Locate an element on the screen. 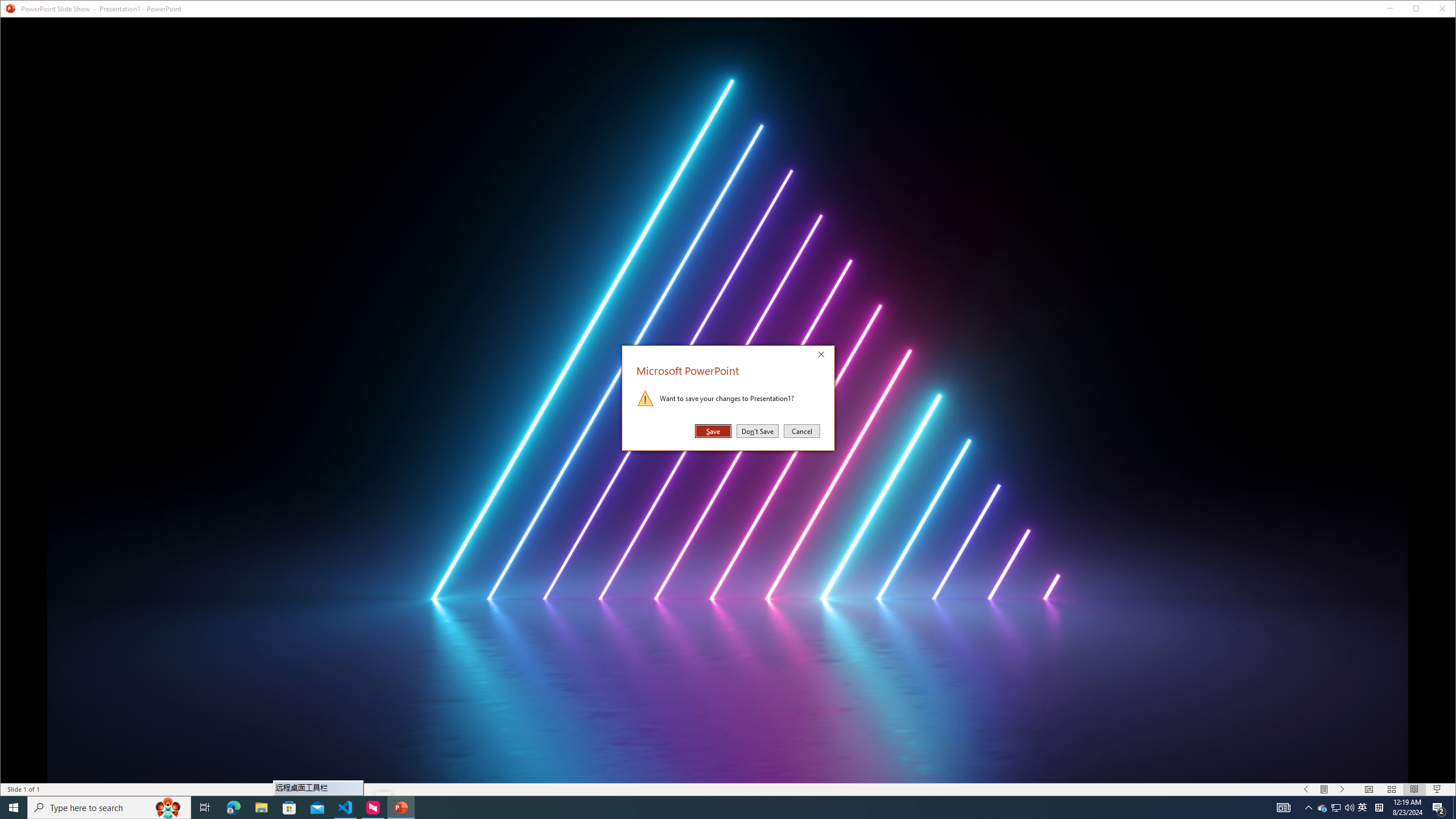 The height and width of the screenshot is (819, 1456). 'PowerPoint - 1 running window' is located at coordinates (401, 806).